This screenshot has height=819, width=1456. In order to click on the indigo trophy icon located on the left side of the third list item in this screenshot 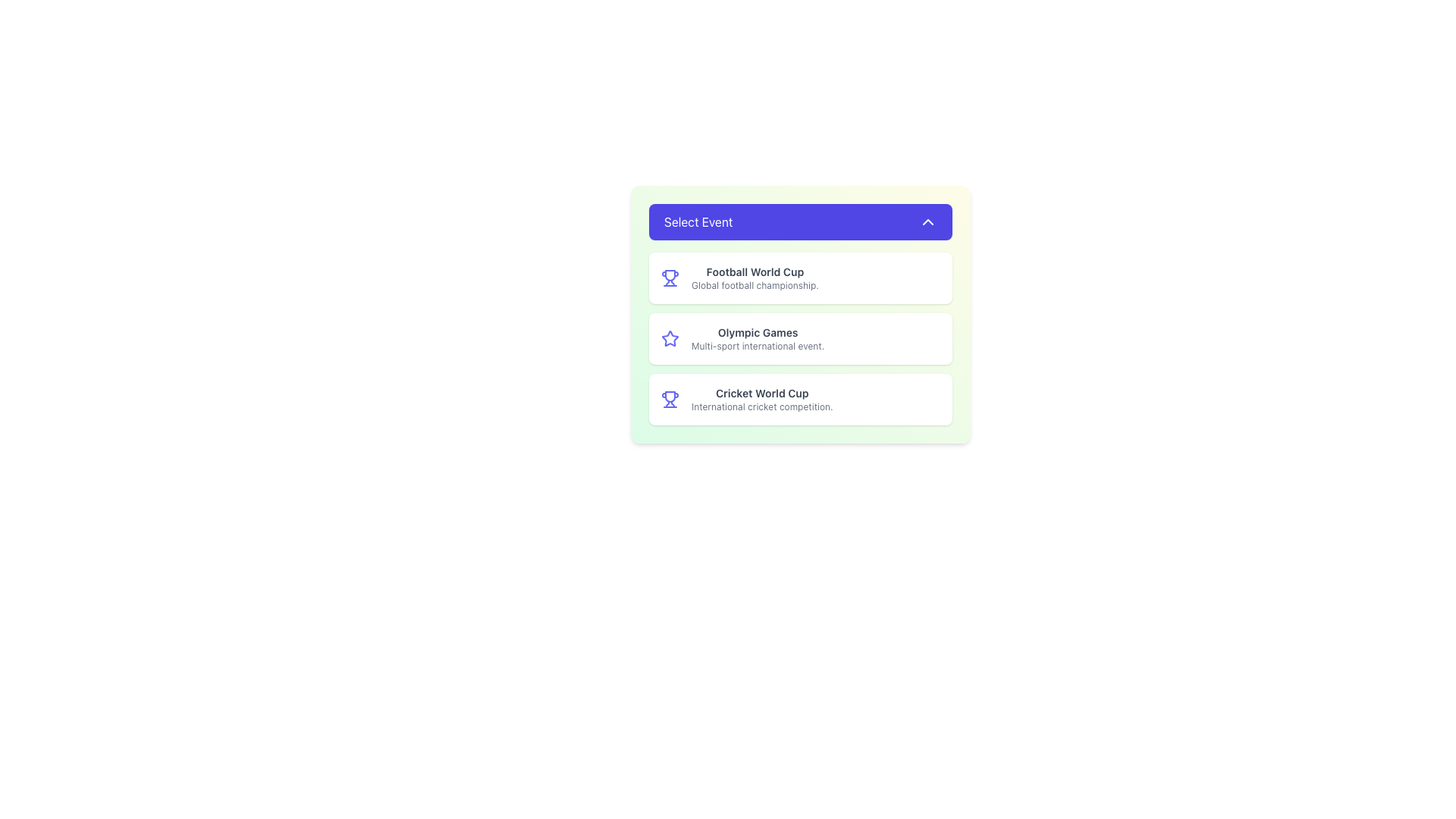, I will do `click(669, 399)`.